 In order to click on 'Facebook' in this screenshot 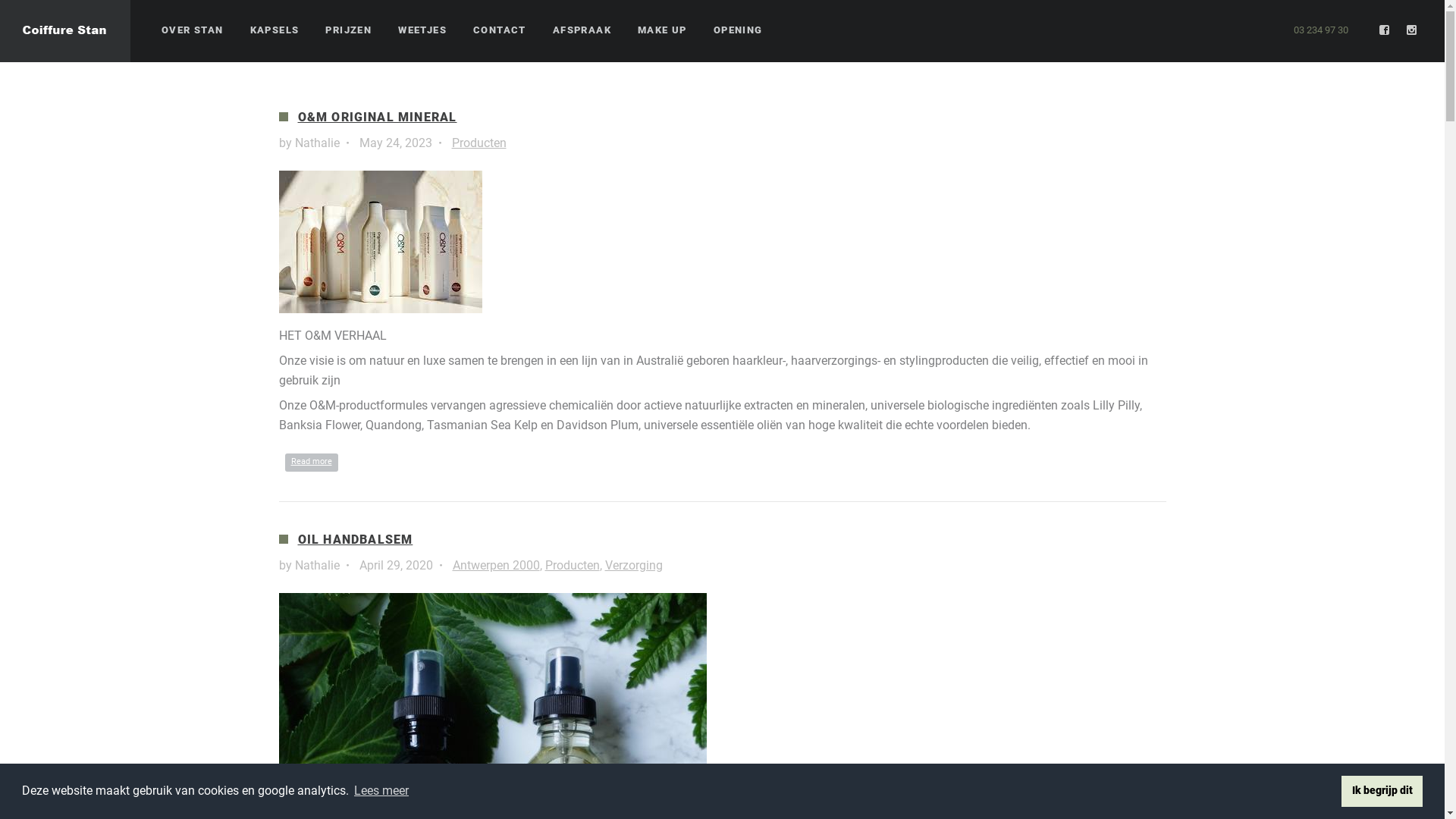, I will do `click(1376, 30)`.